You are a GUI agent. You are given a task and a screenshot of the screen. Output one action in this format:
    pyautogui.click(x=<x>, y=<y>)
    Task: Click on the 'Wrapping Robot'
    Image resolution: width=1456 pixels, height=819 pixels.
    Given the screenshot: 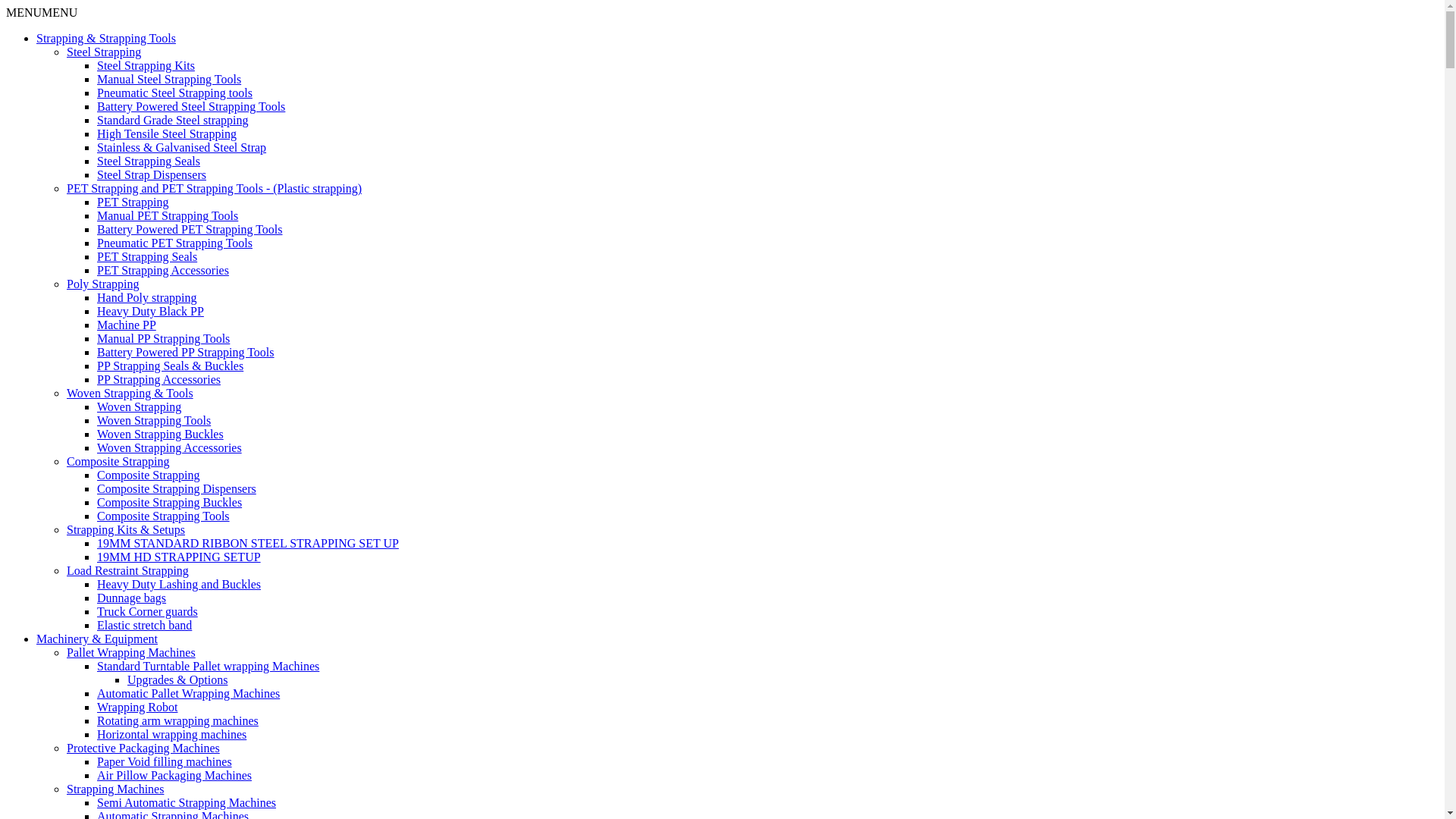 What is the action you would take?
    pyautogui.click(x=96, y=707)
    